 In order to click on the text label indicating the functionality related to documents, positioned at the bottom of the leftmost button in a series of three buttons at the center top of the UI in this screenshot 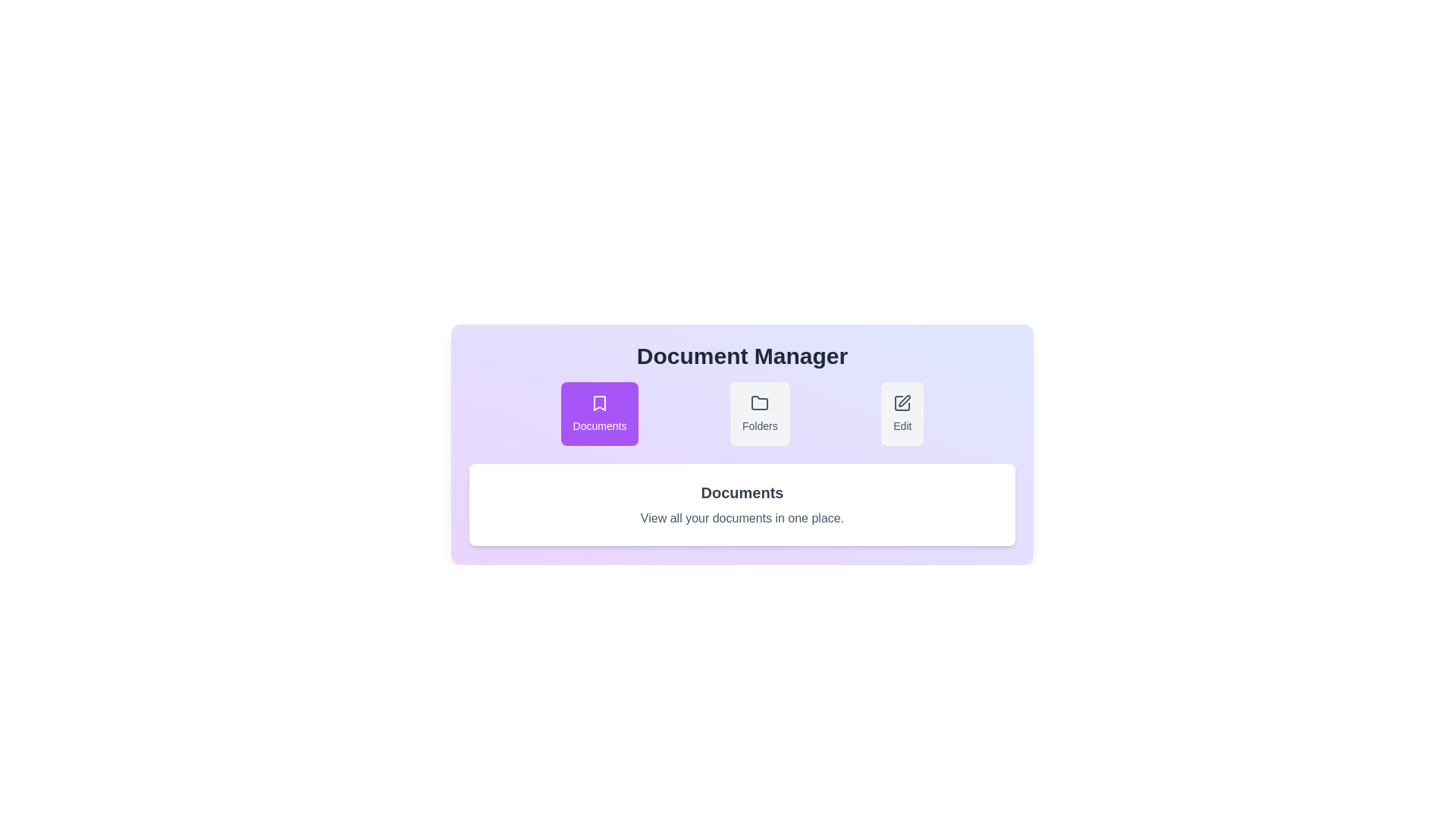, I will do `click(599, 426)`.